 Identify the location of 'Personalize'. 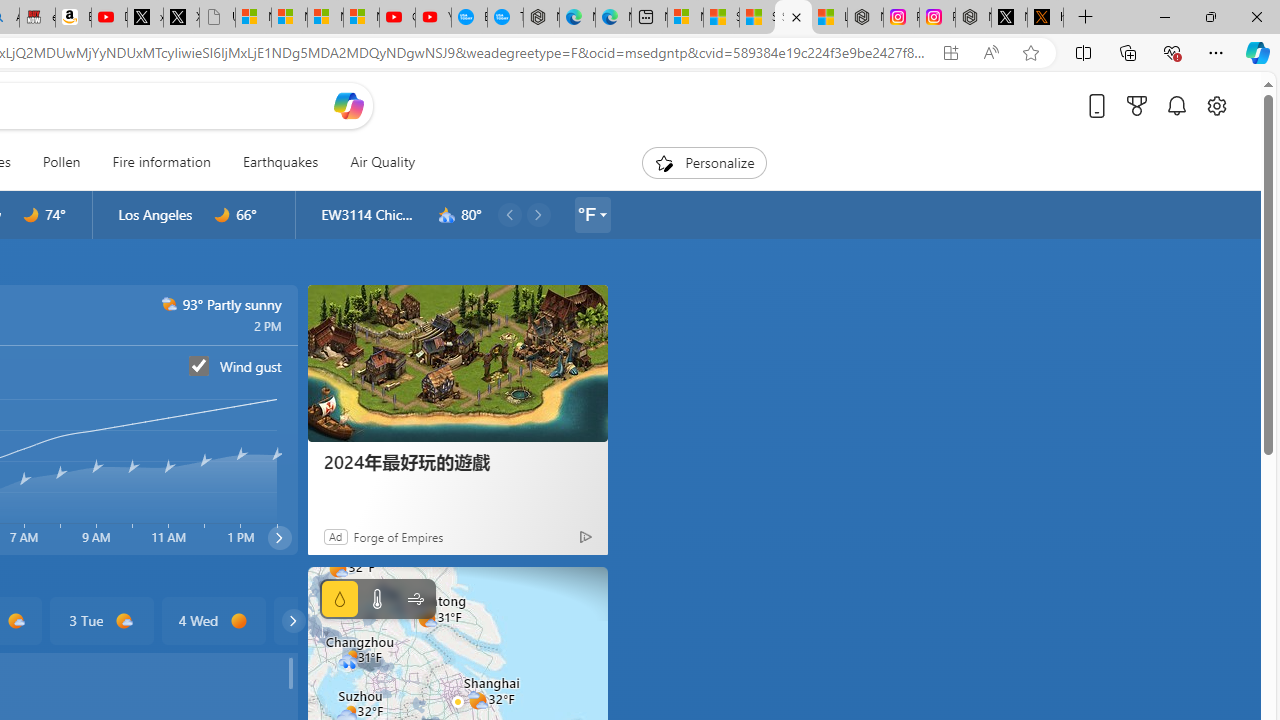
(704, 162).